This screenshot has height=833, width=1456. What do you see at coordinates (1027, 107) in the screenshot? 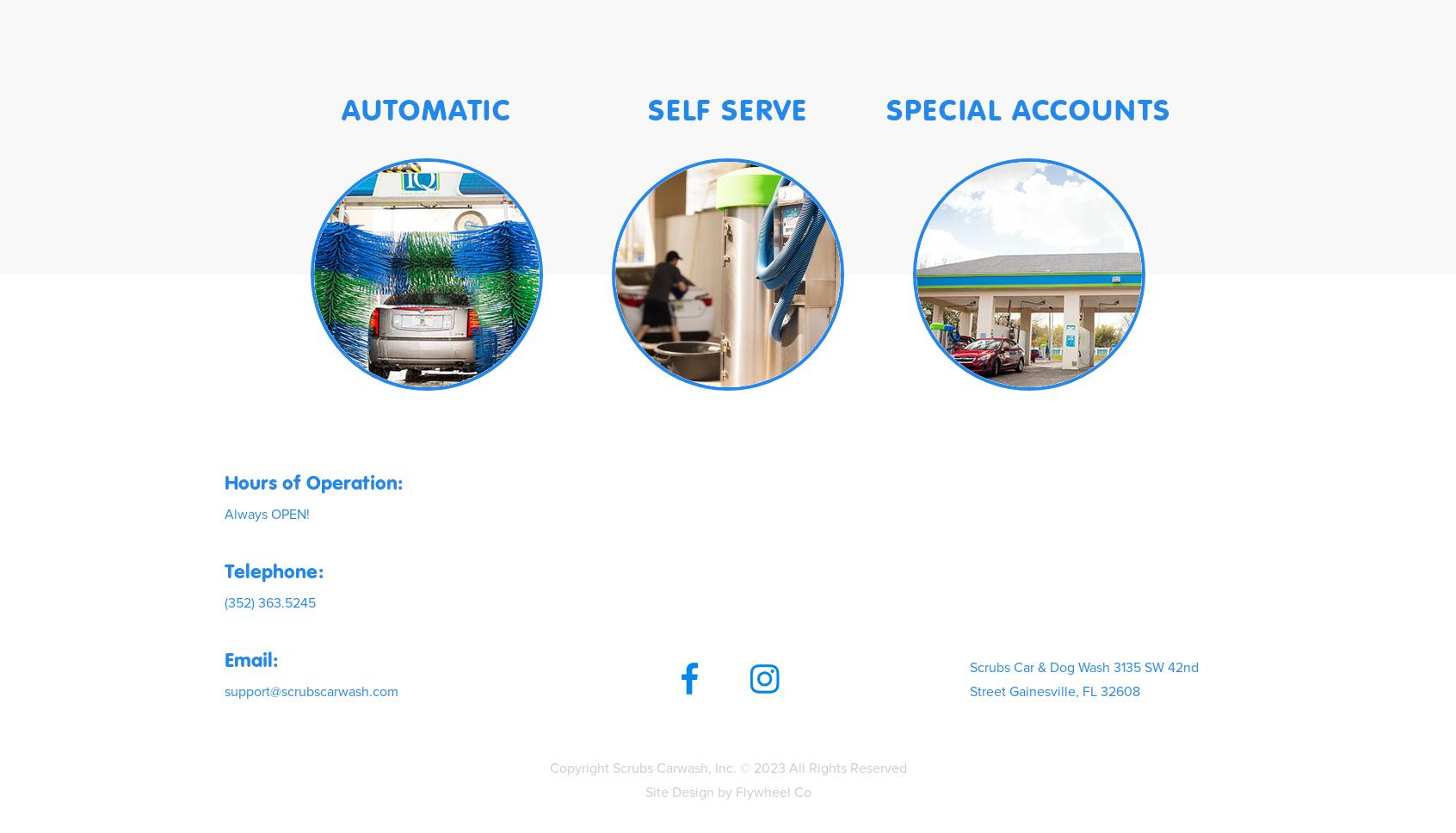
I see `'SPECIAL ACCOUNTS'` at bounding box center [1027, 107].